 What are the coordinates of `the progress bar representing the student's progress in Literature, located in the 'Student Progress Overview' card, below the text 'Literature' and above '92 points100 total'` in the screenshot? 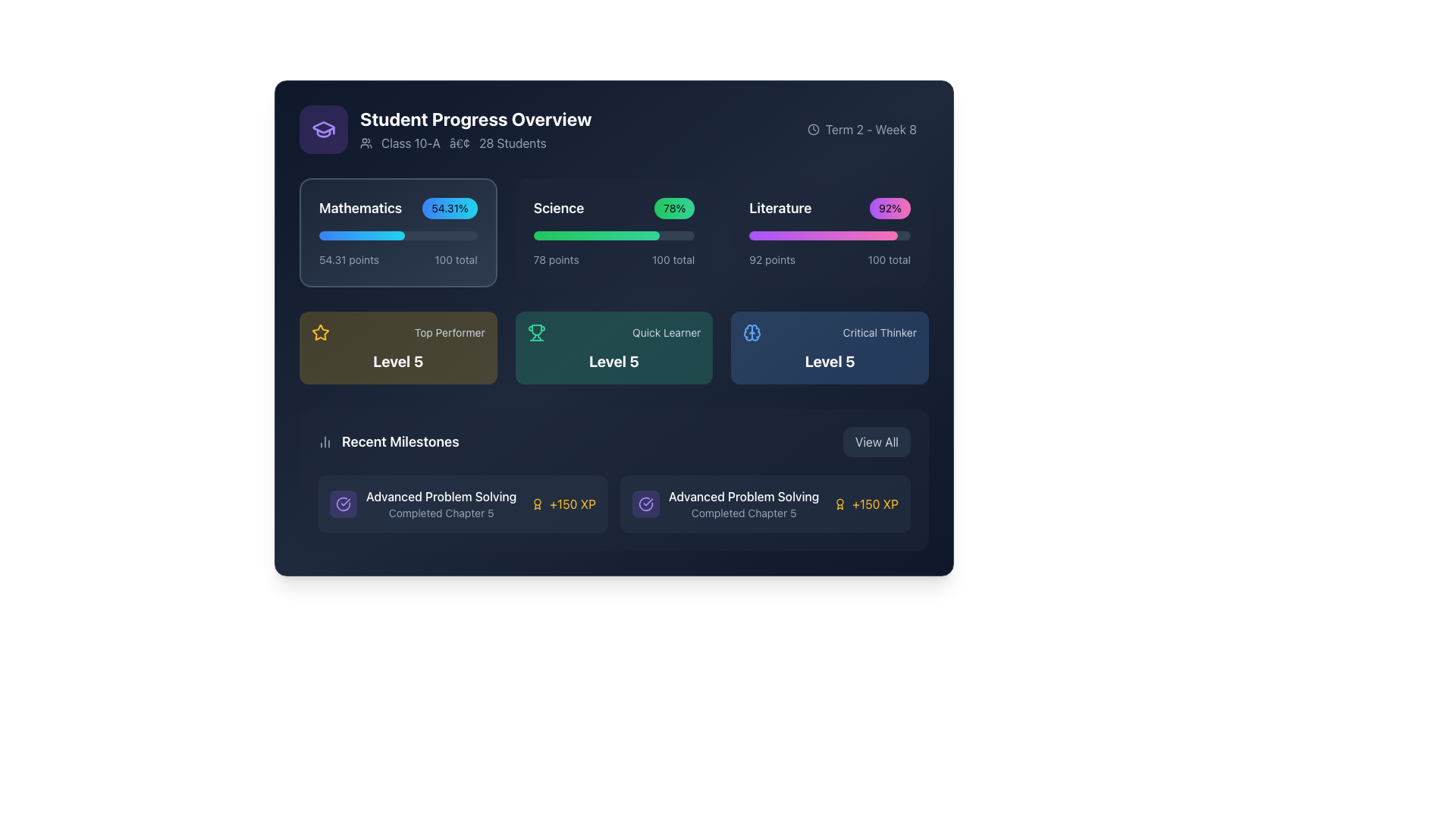 It's located at (829, 236).